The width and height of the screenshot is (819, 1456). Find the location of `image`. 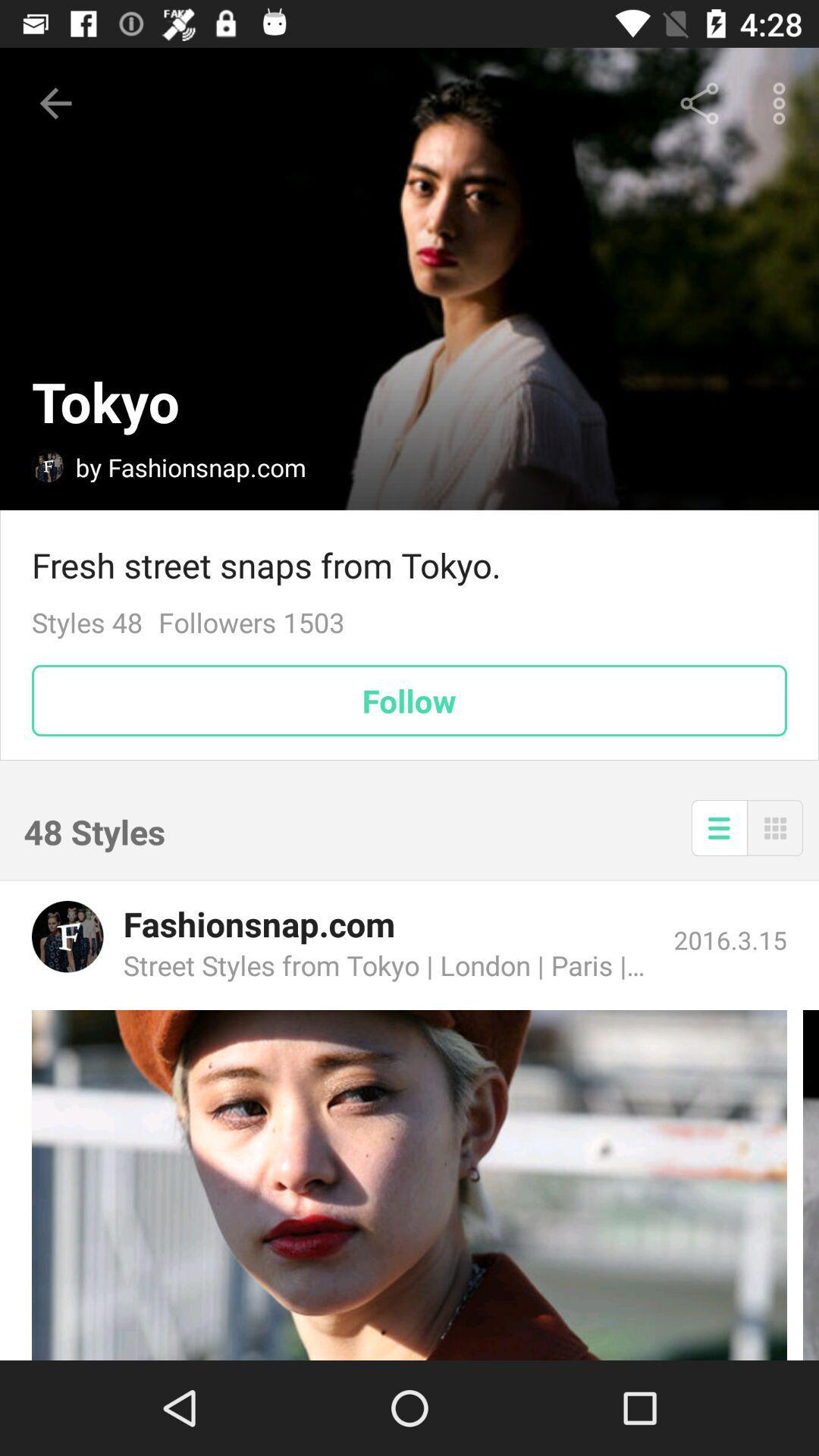

image is located at coordinates (409, 1185).